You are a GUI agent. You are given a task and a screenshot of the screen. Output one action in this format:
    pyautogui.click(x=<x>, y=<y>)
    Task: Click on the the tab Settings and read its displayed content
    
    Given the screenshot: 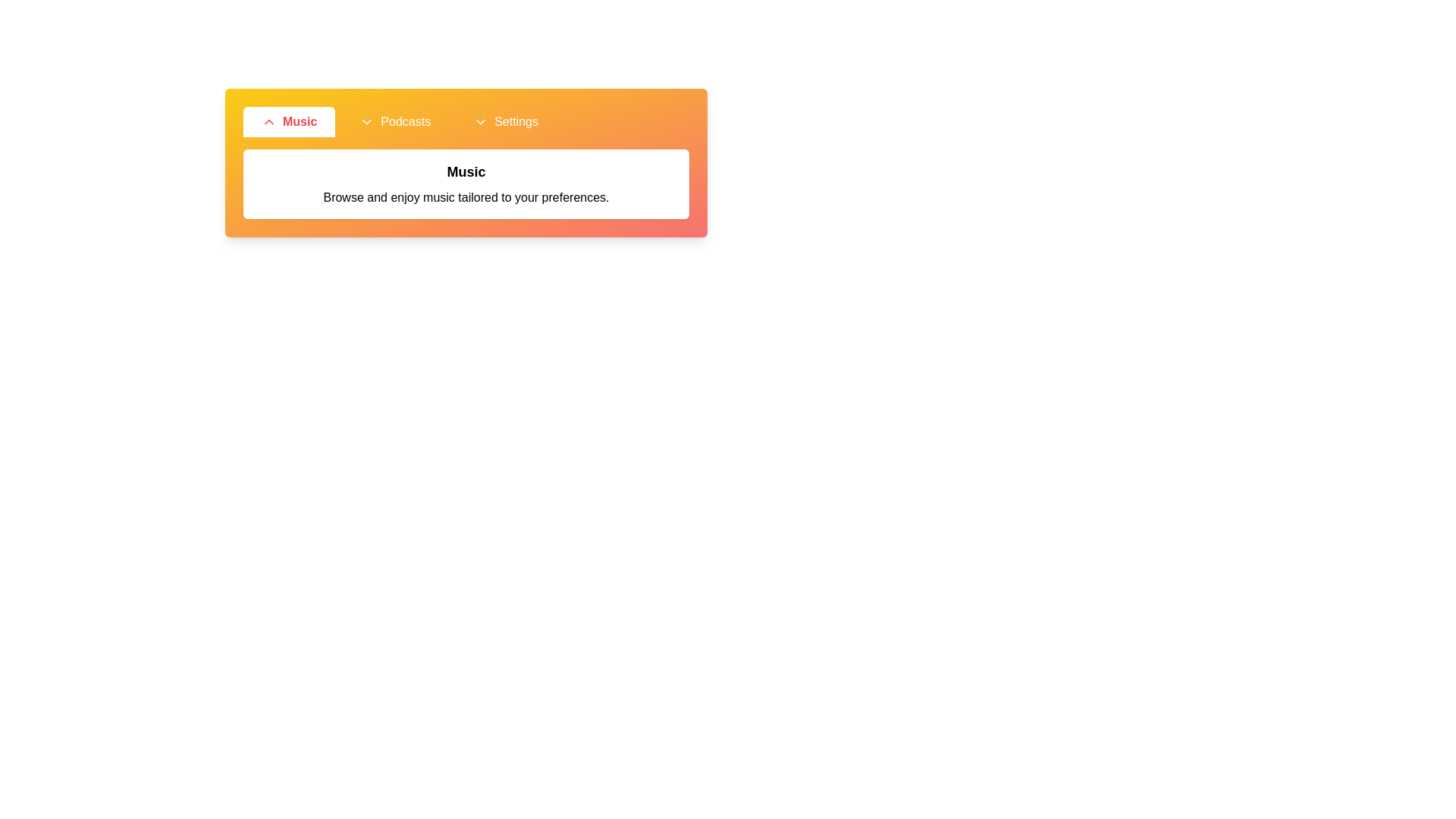 What is the action you would take?
    pyautogui.click(x=506, y=121)
    